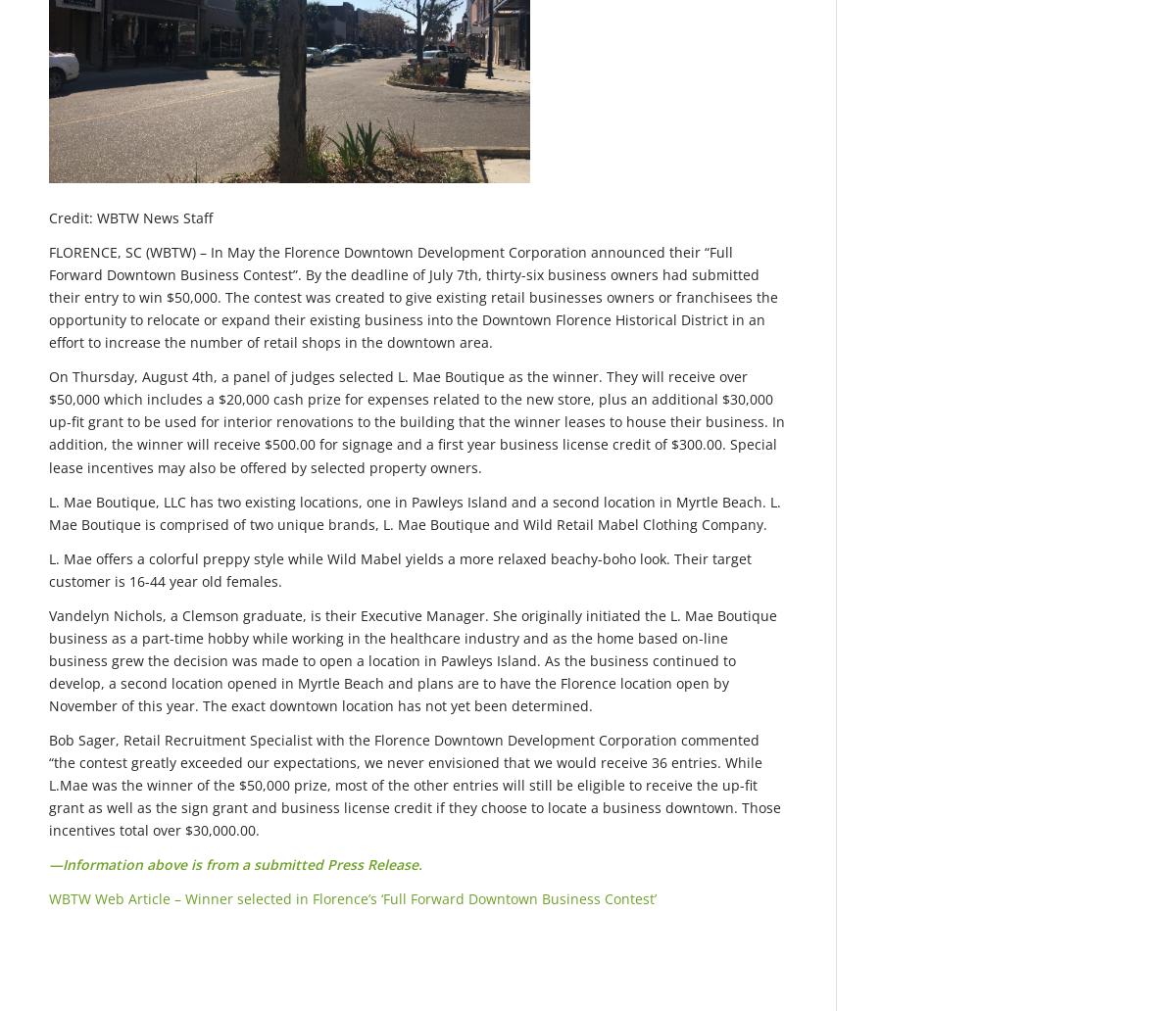 The width and height of the screenshot is (1176, 1011). Describe the element at coordinates (353, 897) in the screenshot. I see `'WBTW Web Article – Winner selected in Florence’s ‘Full Forward Downtown Business Contest’'` at that location.